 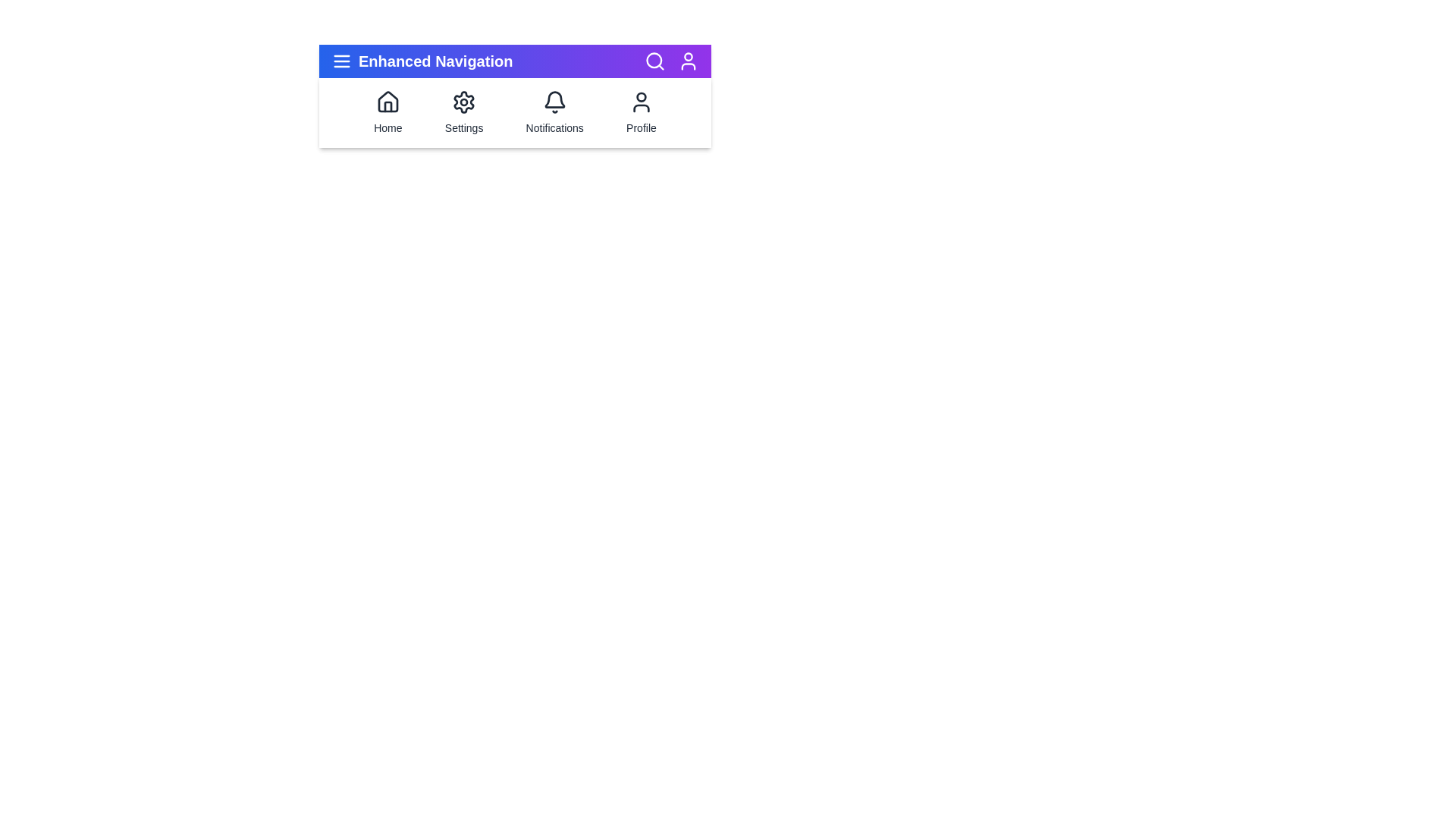 What do you see at coordinates (341, 61) in the screenshot?
I see `the menu icon to toggle the menu visibility` at bounding box center [341, 61].